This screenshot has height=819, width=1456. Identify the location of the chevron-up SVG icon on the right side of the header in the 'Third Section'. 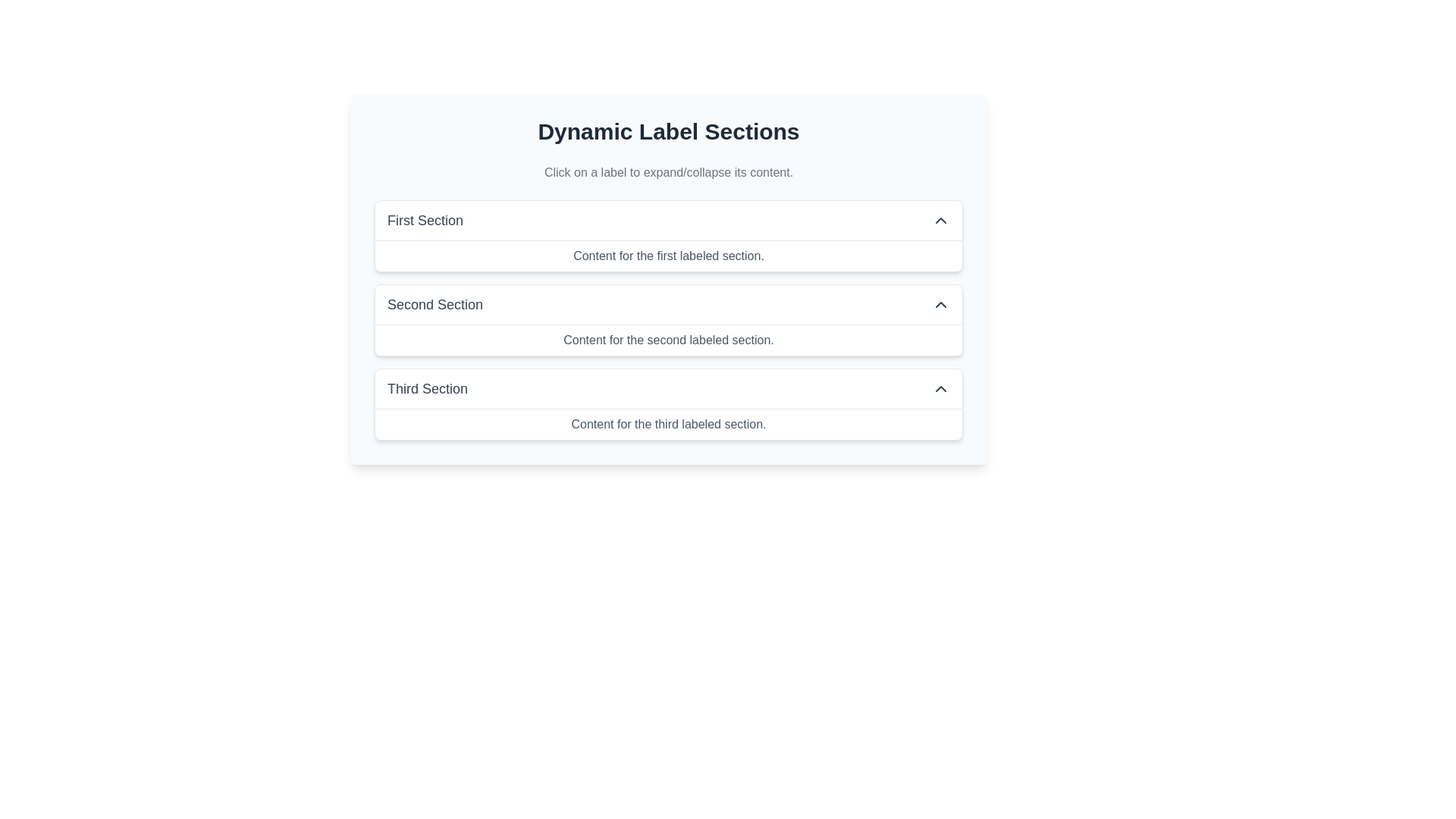
(940, 388).